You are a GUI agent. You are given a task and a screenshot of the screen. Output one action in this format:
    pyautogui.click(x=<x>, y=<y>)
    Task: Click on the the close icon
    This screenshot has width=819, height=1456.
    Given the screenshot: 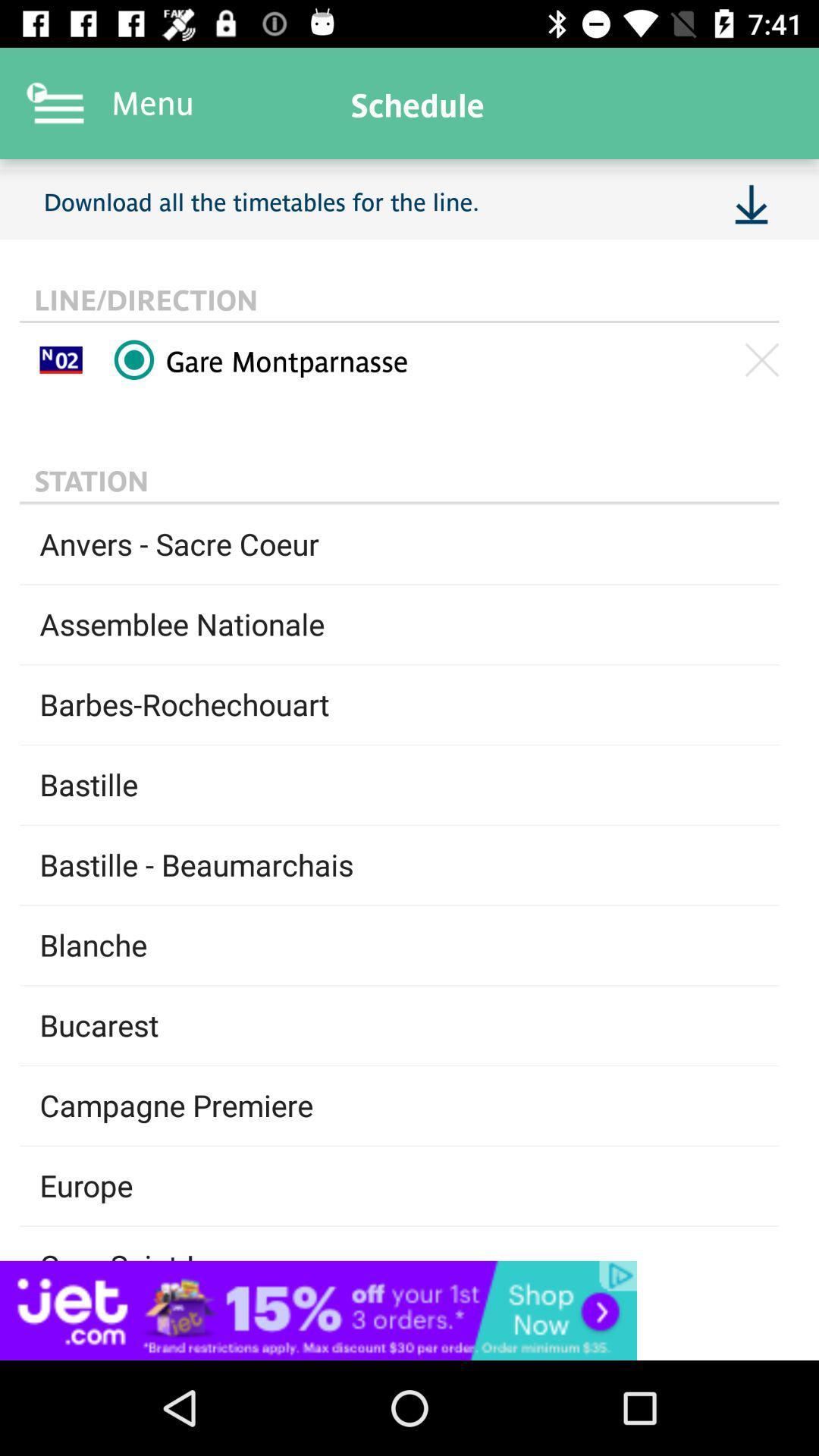 What is the action you would take?
    pyautogui.click(x=762, y=359)
    